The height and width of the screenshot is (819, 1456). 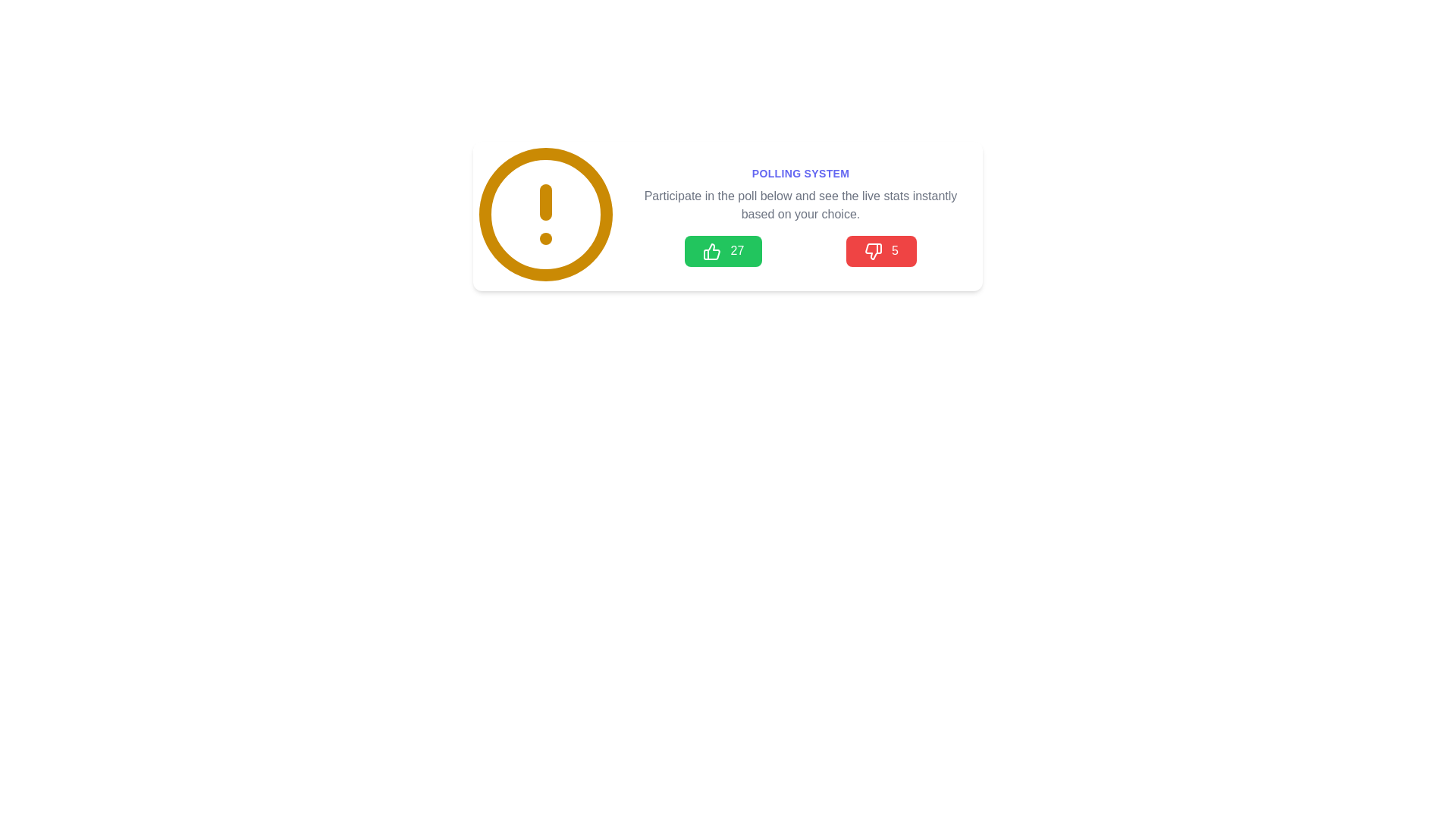 What do you see at coordinates (711, 250) in the screenshot?
I see `the thumbs-up icon button located in the central part of the interface above the vote count (27)` at bounding box center [711, 250].